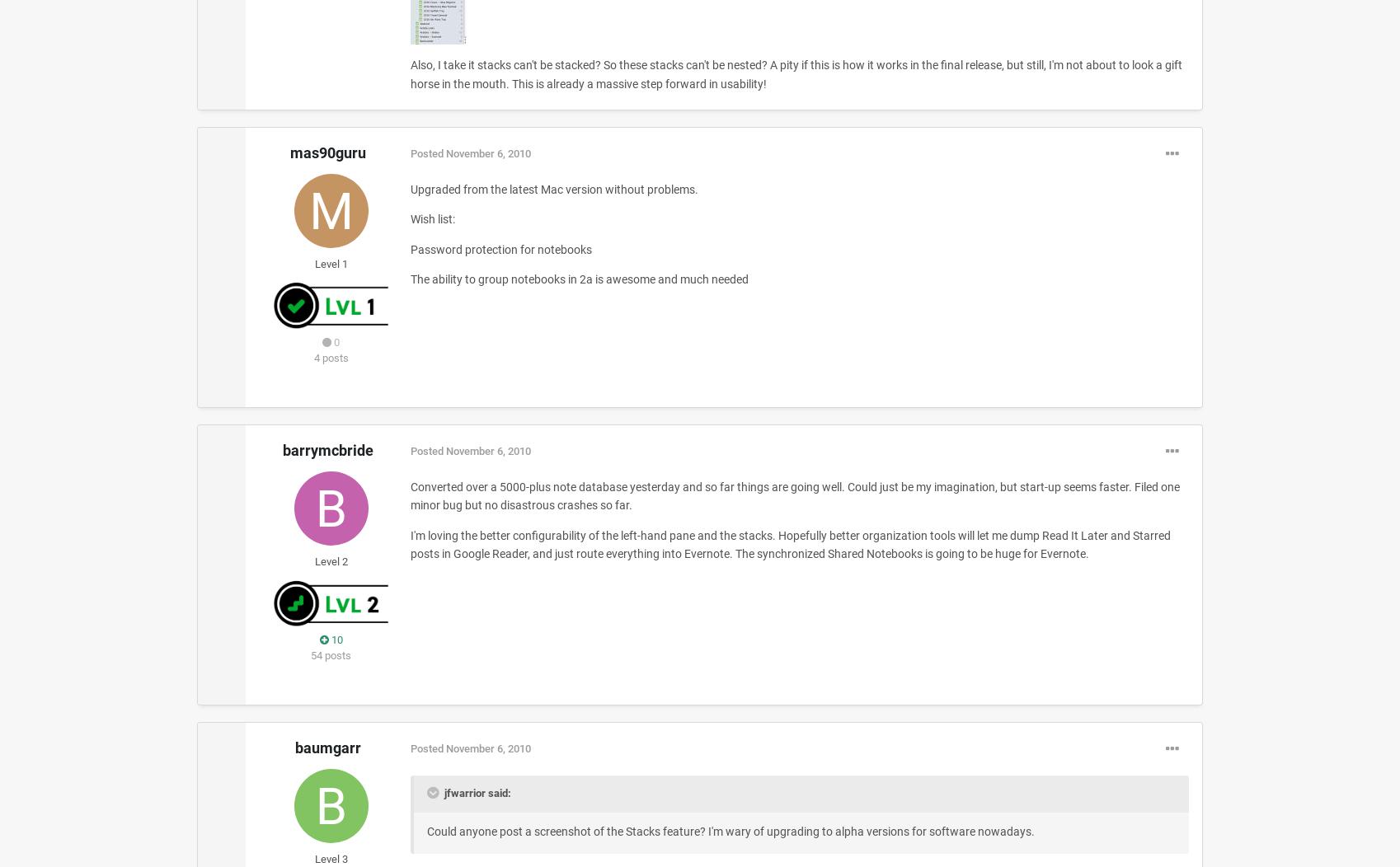 The image size is (1400, 867). What do you see at coordinates (409, 494) in the screenshot?
I see `'Converted over a 5000-plus note database yesterday and so far things are going well. Could just be my imagination, but start-up seems faster. Filed one minor bug but no disastrous crashes so far.'` at bounding box center [409, 494].